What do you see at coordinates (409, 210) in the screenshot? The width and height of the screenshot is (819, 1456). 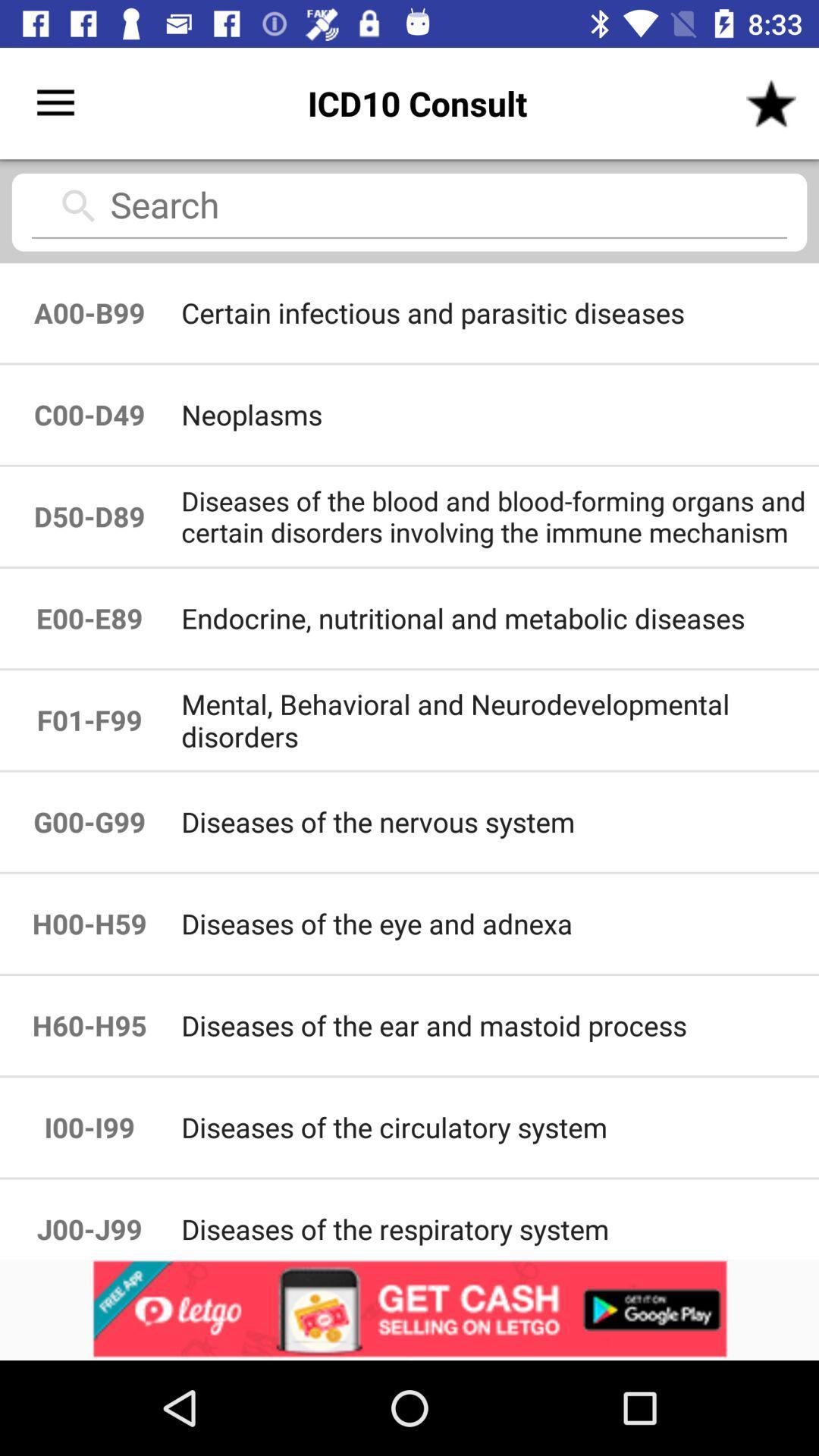 I see `search function` at bounding box center [409, 210].